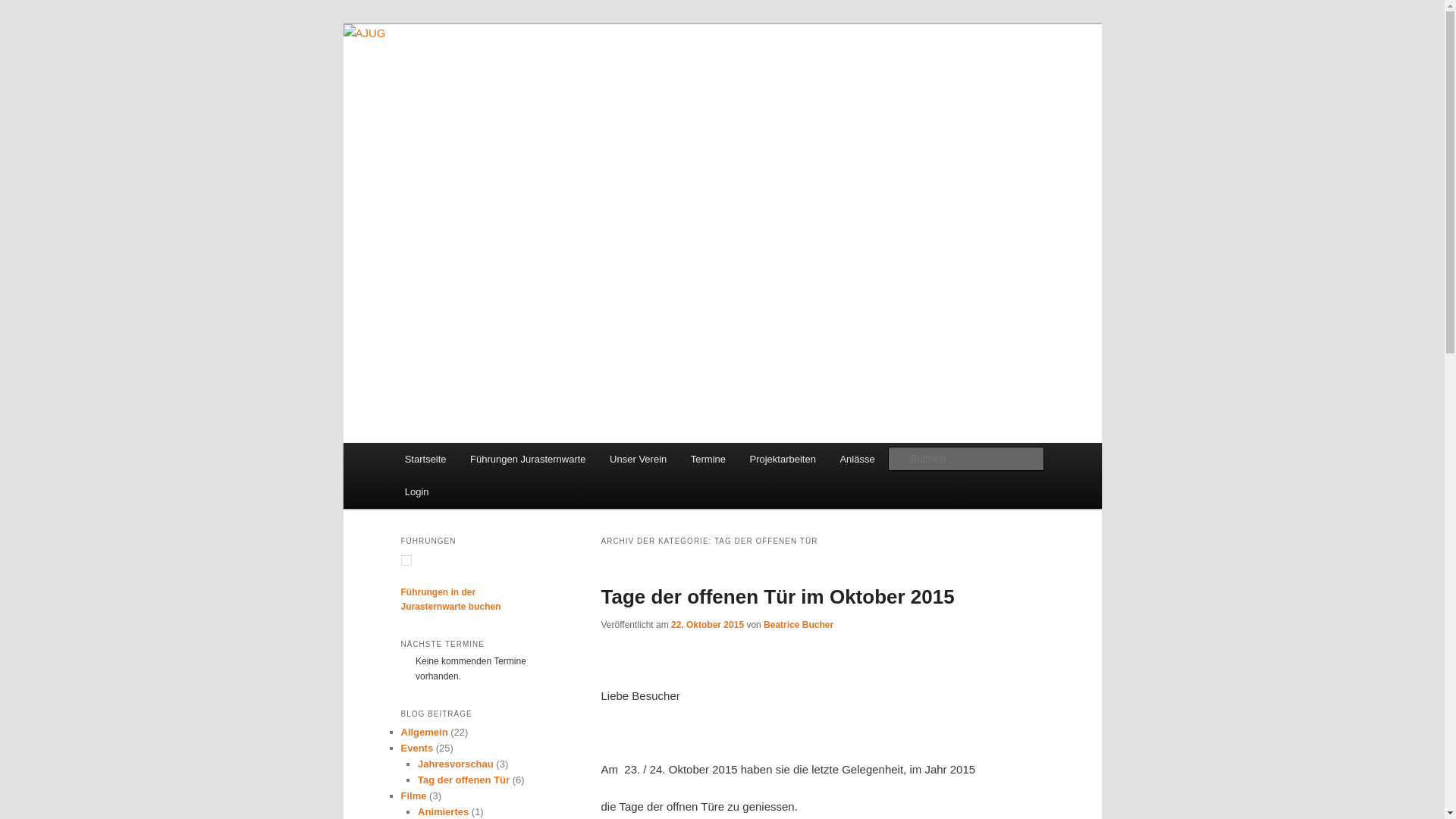 The width and height of the screenshot is (1456, 819). What do you see at coordinates (400, 795) in the screenshot?
I see `'Filme'` at bounding box center [400, 795].